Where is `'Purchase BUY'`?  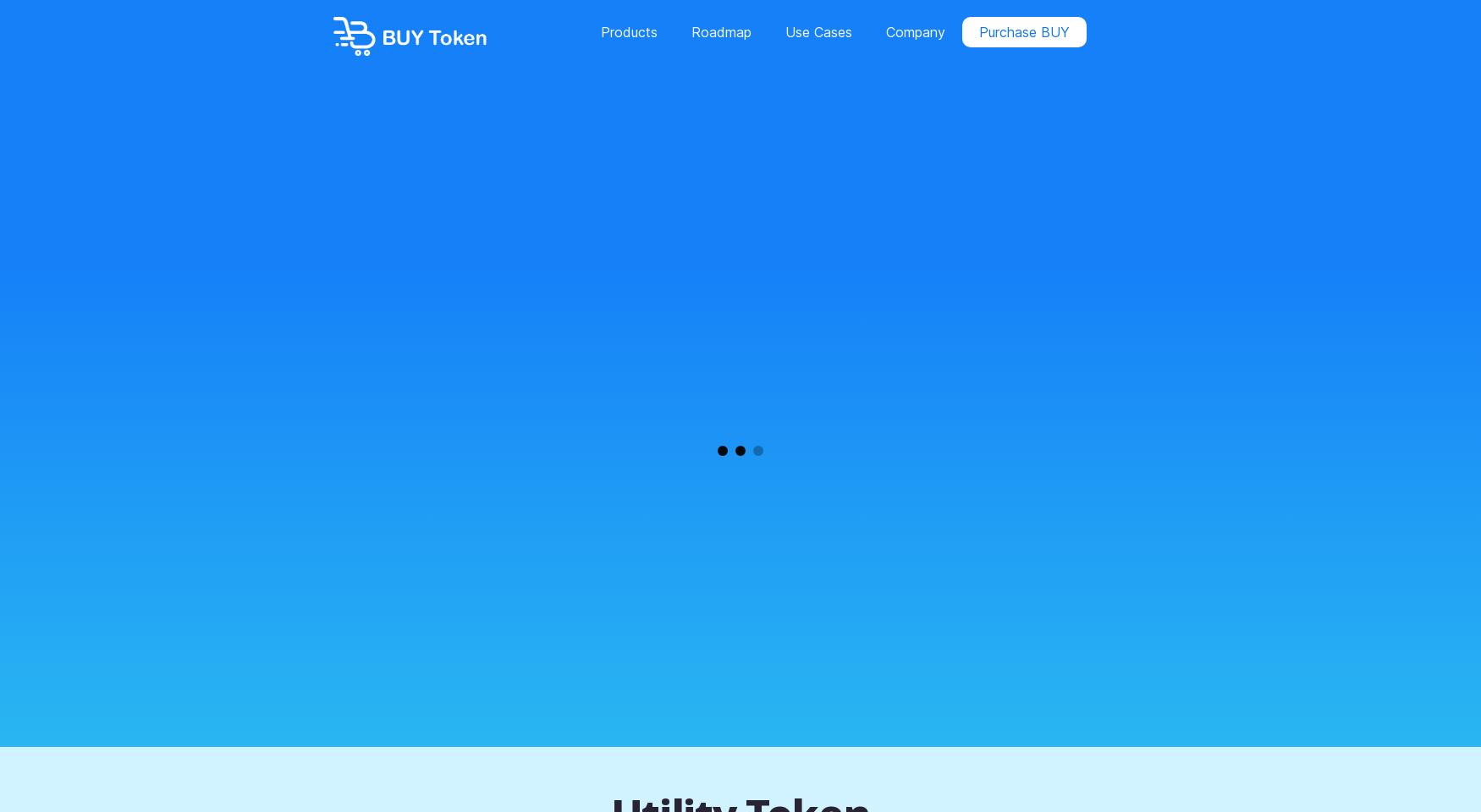
'Purchase BUY' is located at coordinates (1023, 31).